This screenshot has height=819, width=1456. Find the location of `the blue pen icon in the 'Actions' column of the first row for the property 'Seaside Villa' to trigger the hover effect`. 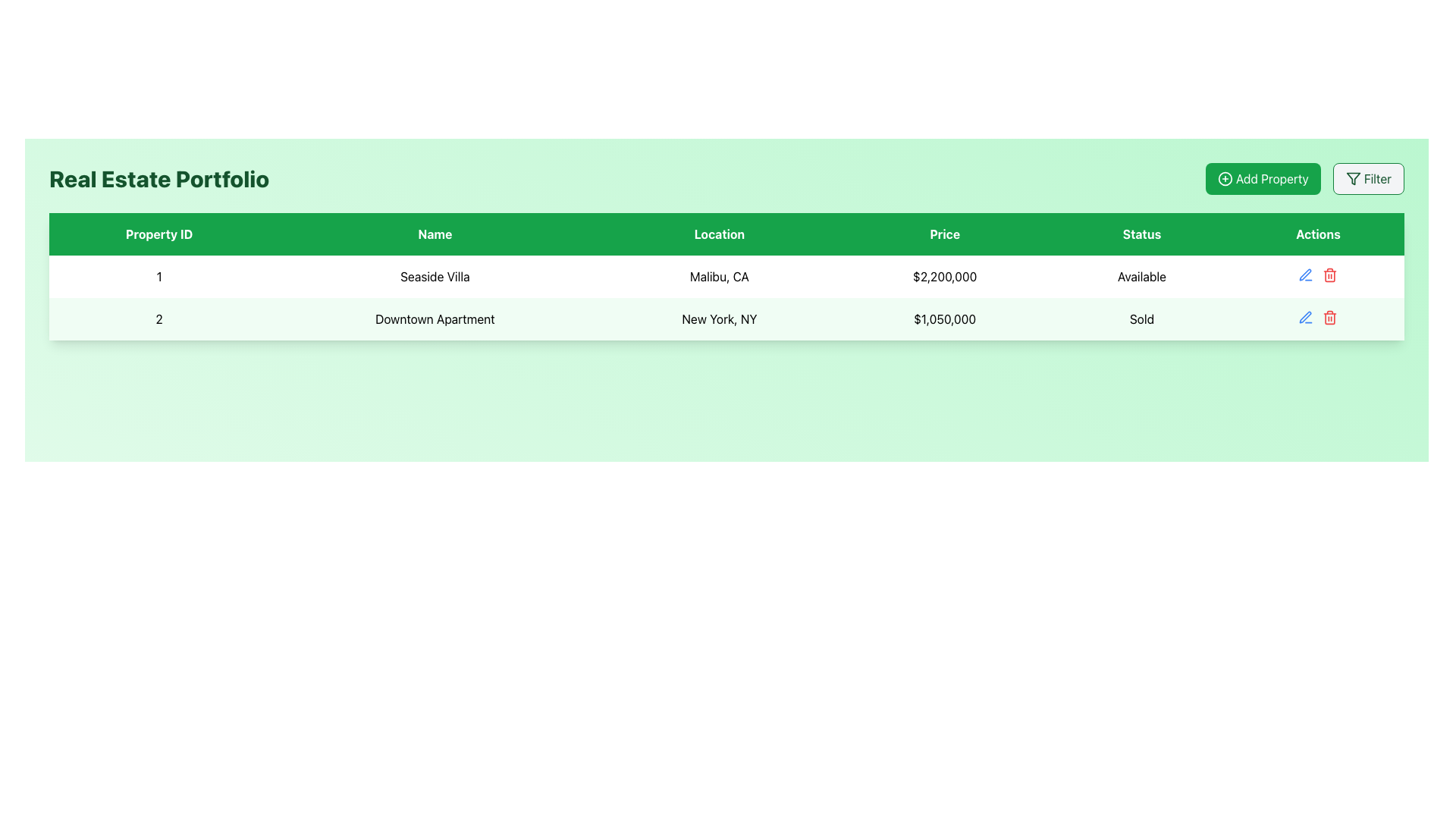

the blue pen icon in the 'Actions' column of the first row for the property 'Seaside Villa' to trigger the hover effect is located at coordinates (1305, 275).